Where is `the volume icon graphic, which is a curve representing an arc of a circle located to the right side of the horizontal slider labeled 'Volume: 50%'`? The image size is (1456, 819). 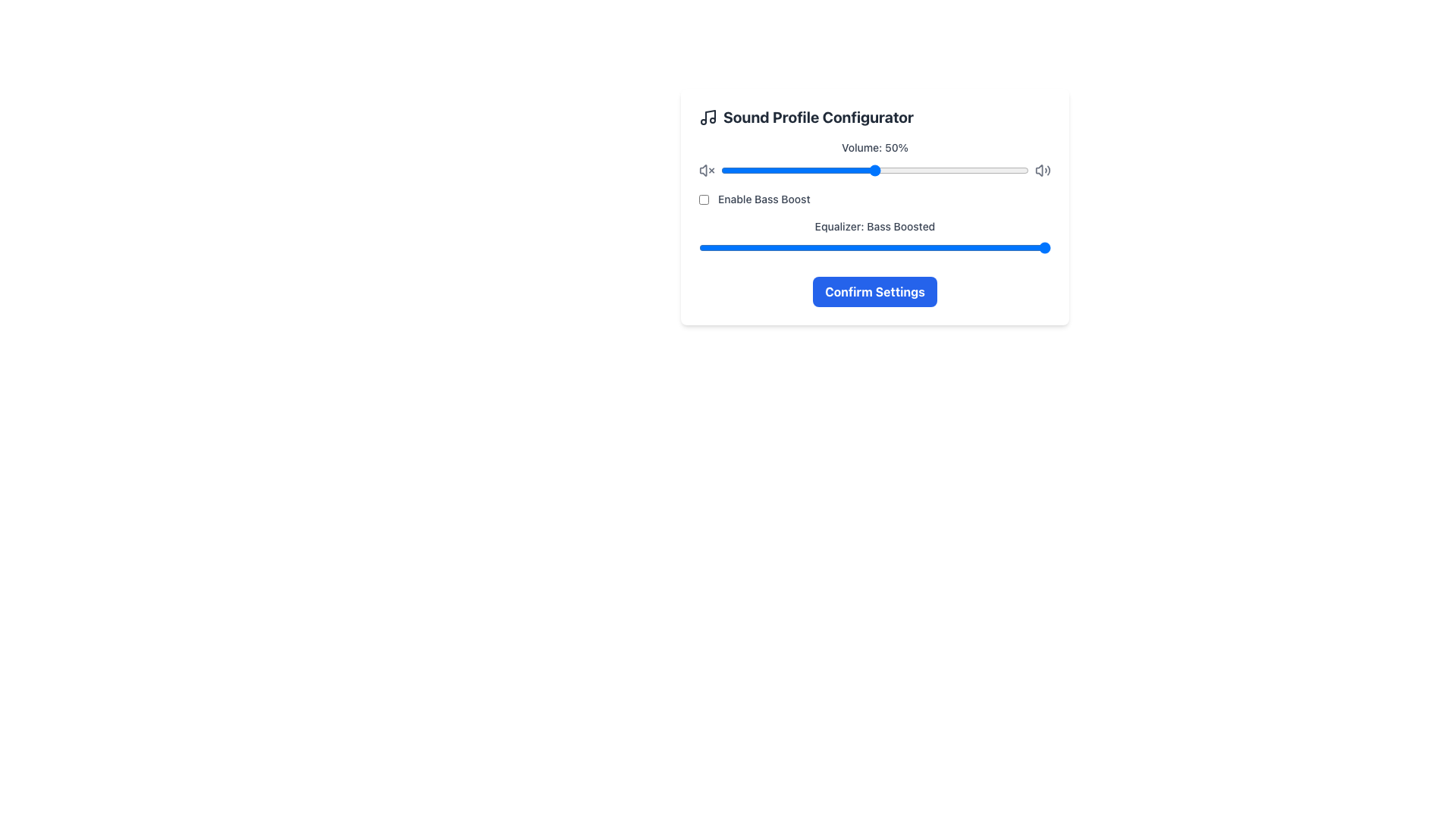 the volume icon graphic, which is a curve representing an arc of a circle located to the right side of the horizontal slider labeled 'Volume: 50%' is located at coordinates (1048, 170).